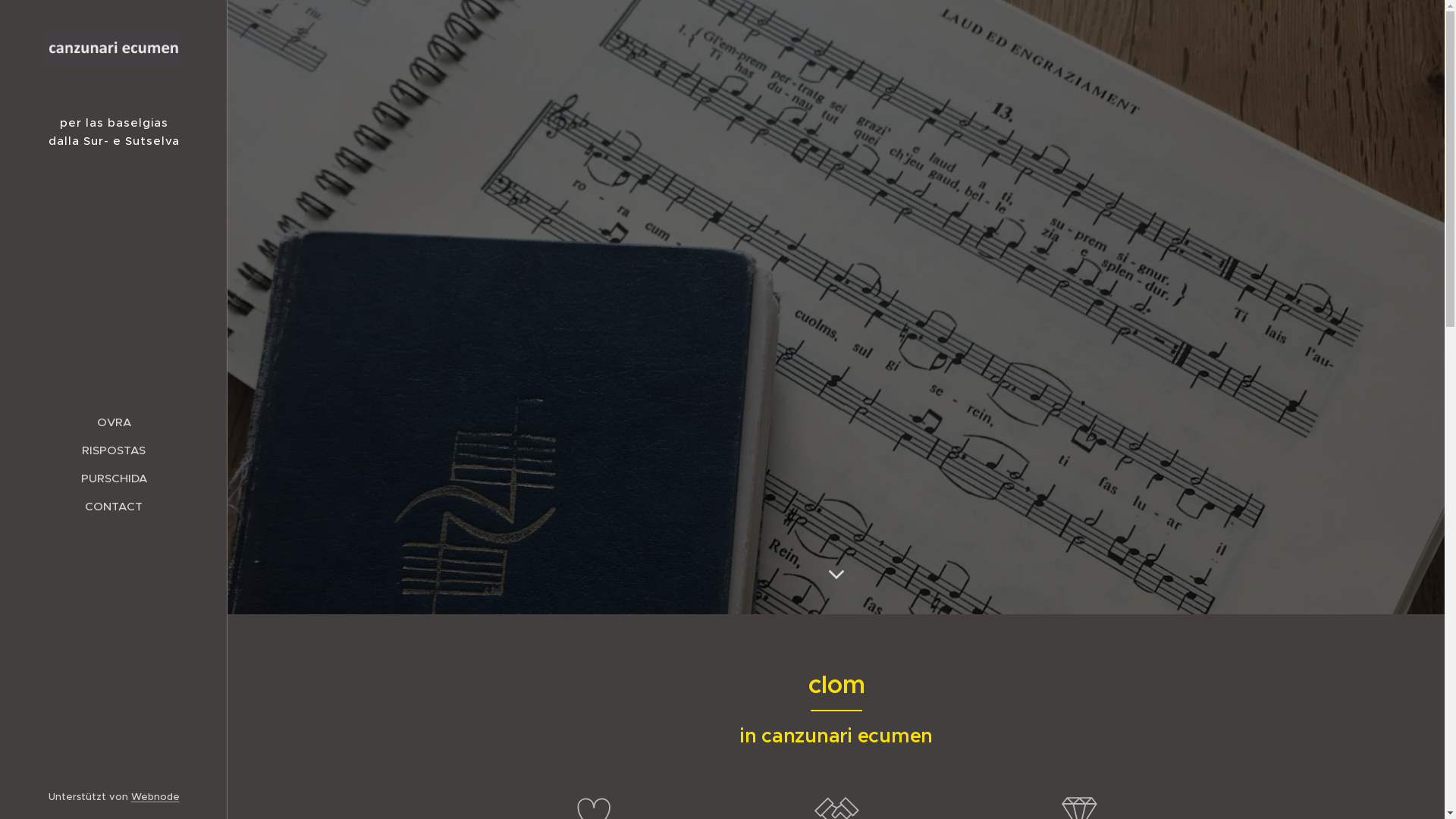 This screenshot has height=819, width=1456. What do you see at coordinates (112, 478) in the screenshot?
I see `'PURSCHIDA'` at bounding box center [112, 478].